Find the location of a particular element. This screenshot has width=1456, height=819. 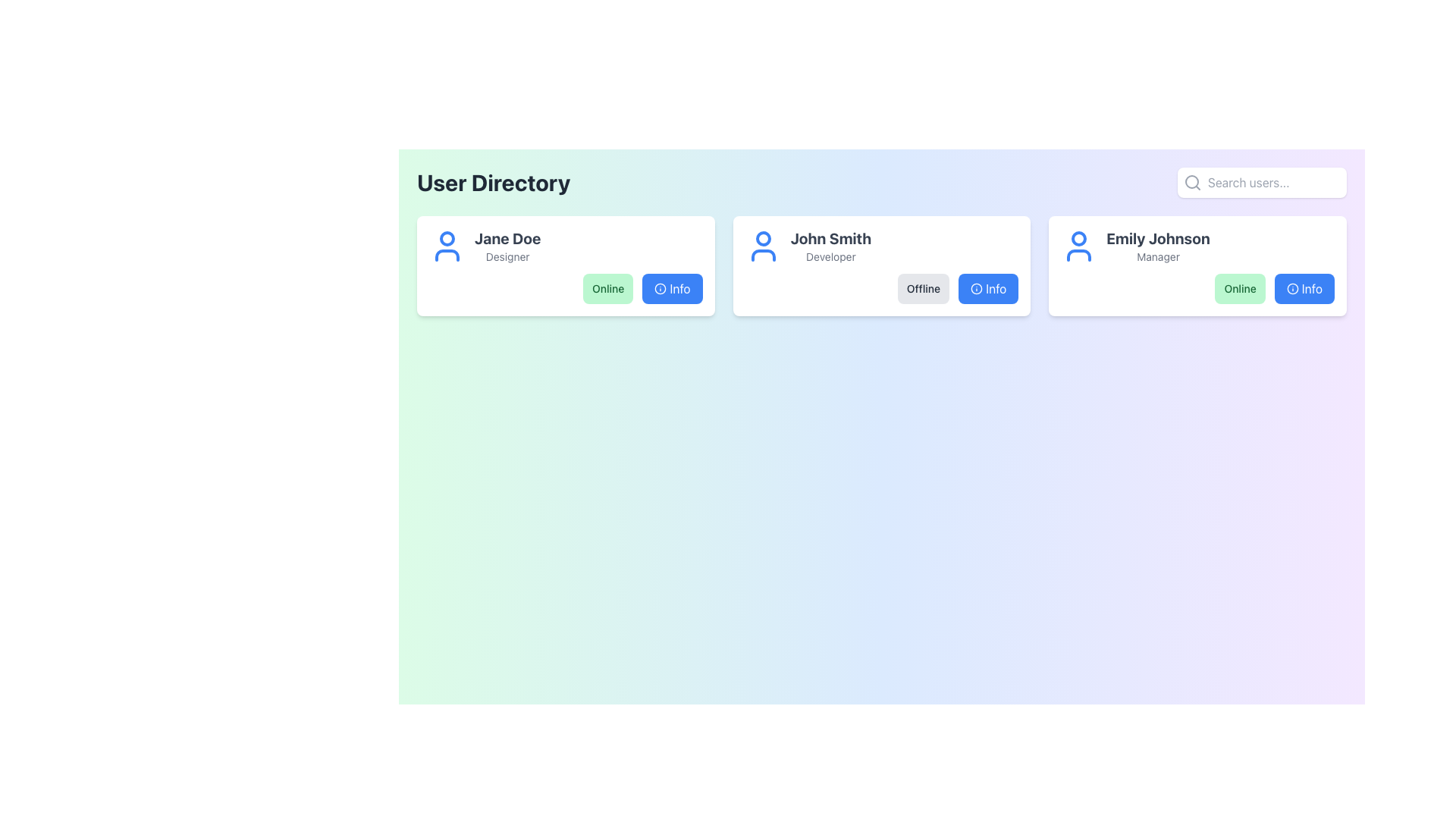

the search bar in the top-right corner of the 'User Directory' interface to focus on the text input field and type a query is located at coordinates (1262, 181).